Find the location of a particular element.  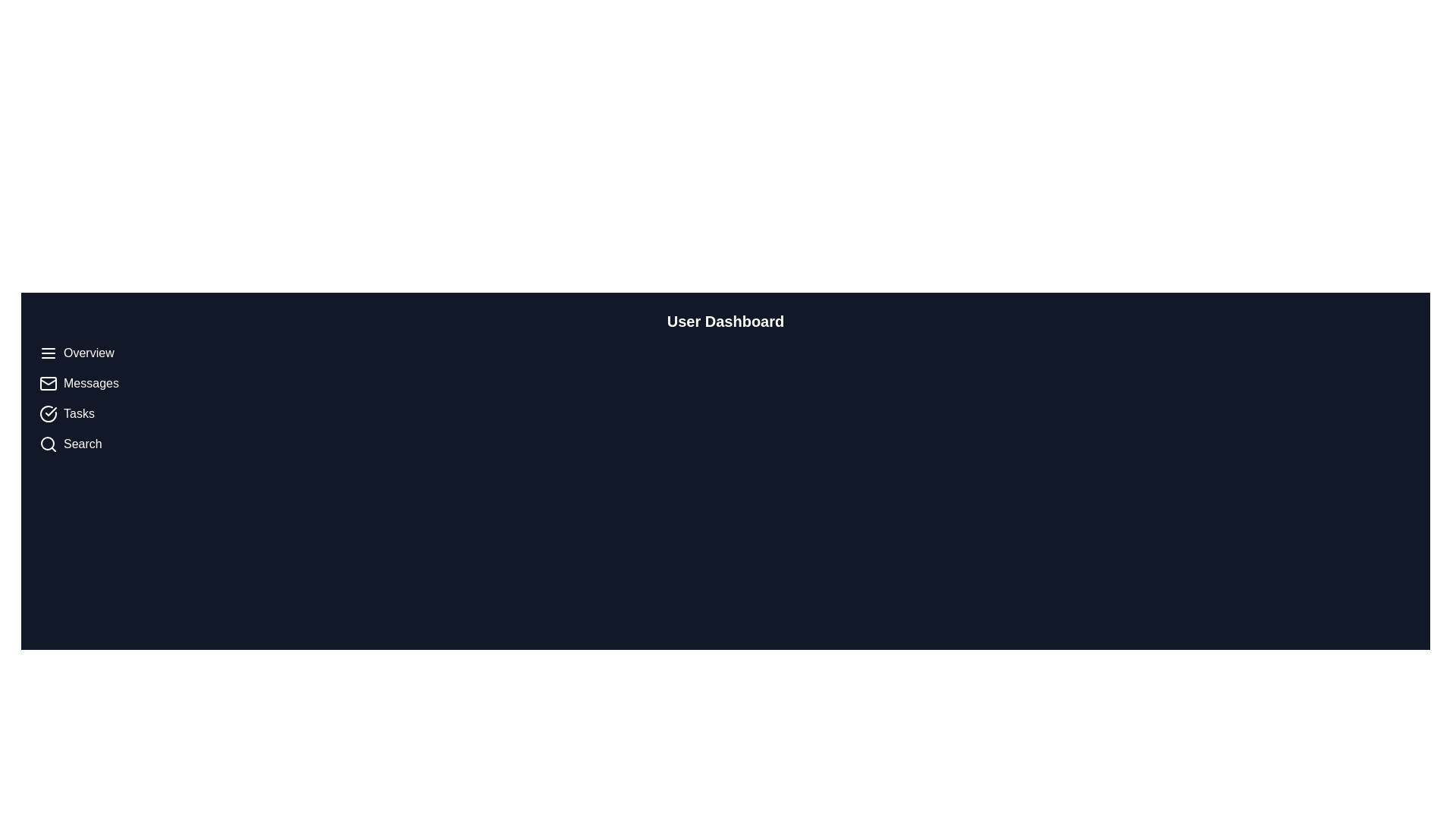

the magnifying glass icon, which is the first element in the sidebar menu located to the left of the 'Search' label is located at coordinates (48, 444).